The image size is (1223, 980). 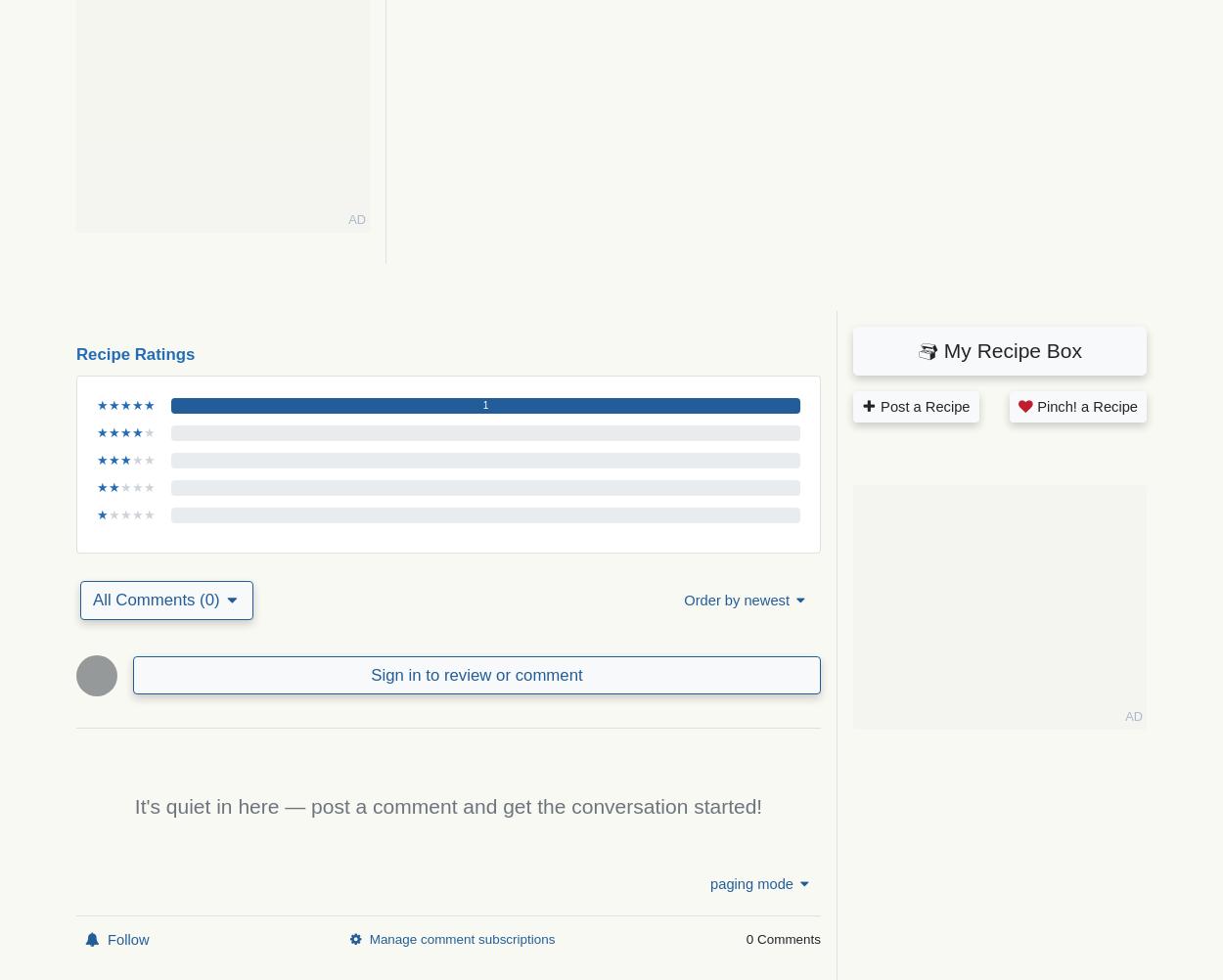 I want to click on 'Sign in to review or comment', so click(x=476, y=674).